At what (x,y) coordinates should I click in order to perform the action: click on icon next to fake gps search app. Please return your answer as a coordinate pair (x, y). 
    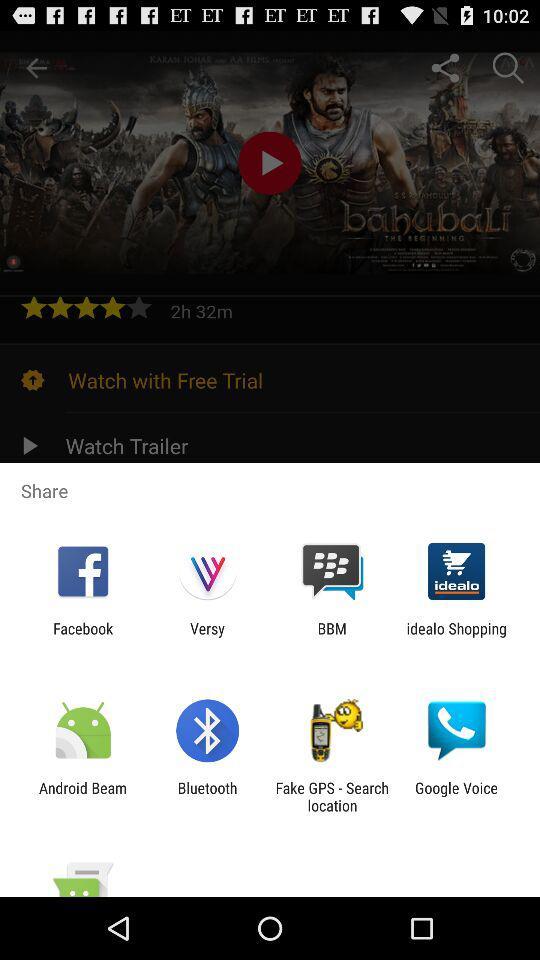
    Looking at the image, I should click on (456, 796).